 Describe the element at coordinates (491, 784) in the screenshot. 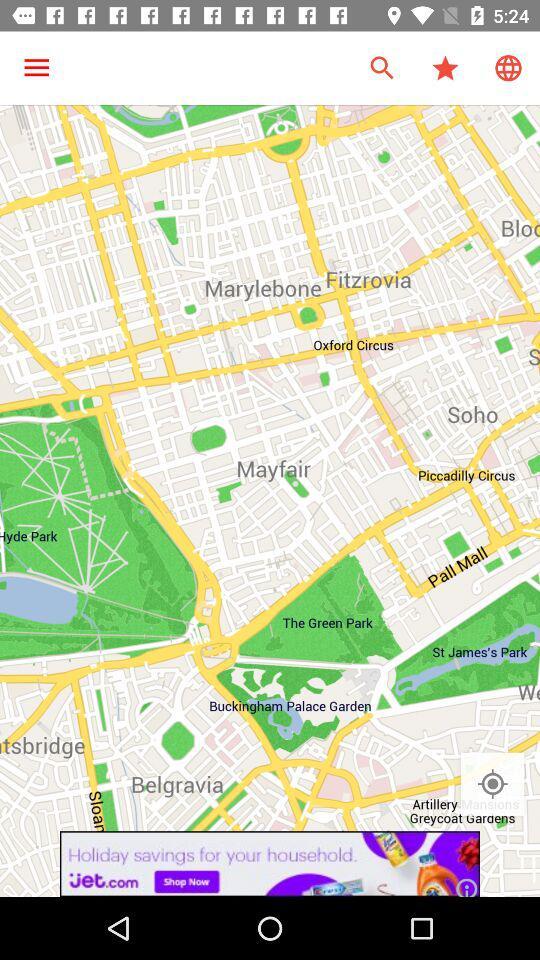

I see `show gps location` at that location.